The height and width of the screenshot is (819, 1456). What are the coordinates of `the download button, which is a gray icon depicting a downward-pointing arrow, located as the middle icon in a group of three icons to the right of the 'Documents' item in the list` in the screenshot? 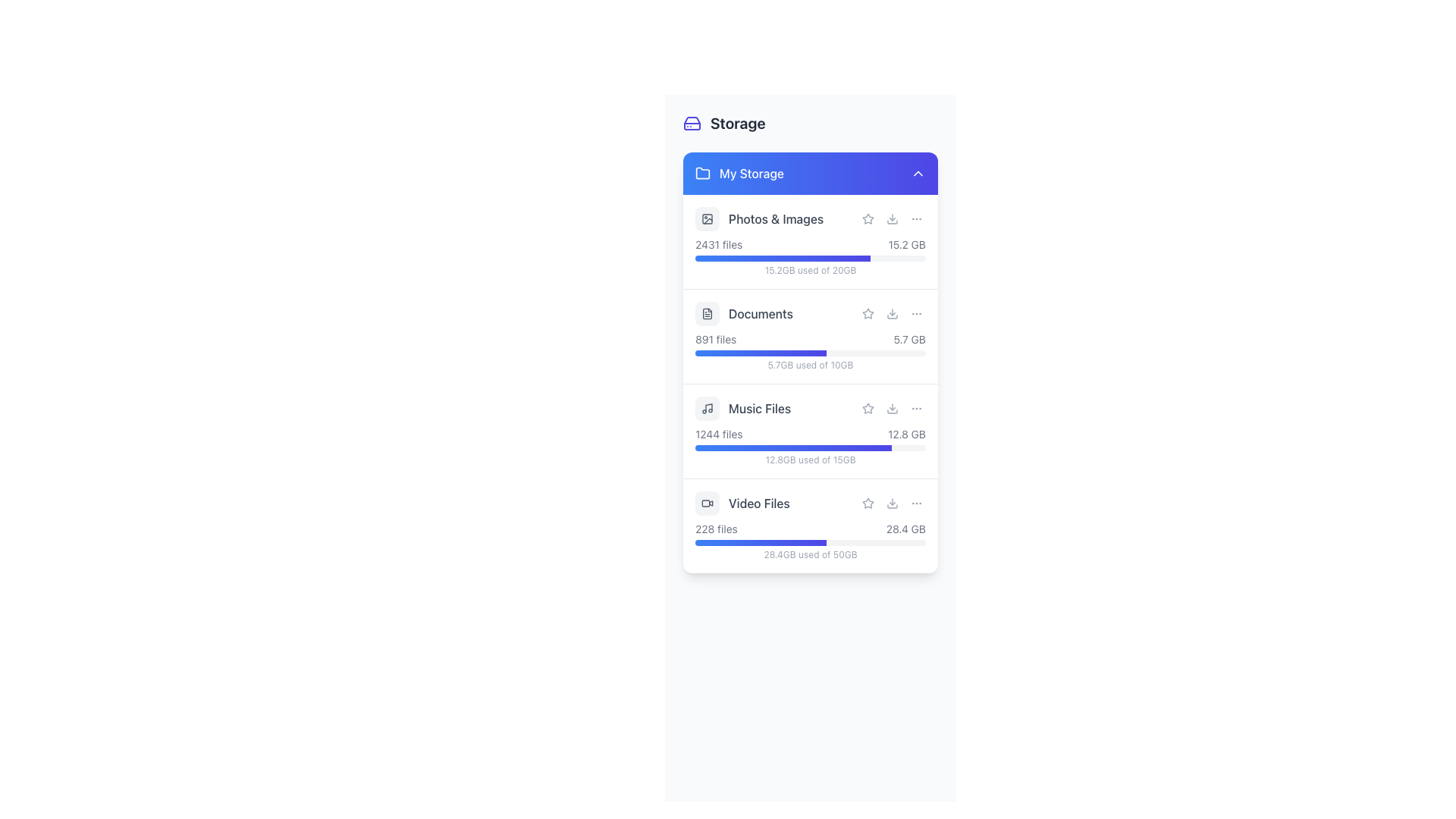 It's located at (892, 312).